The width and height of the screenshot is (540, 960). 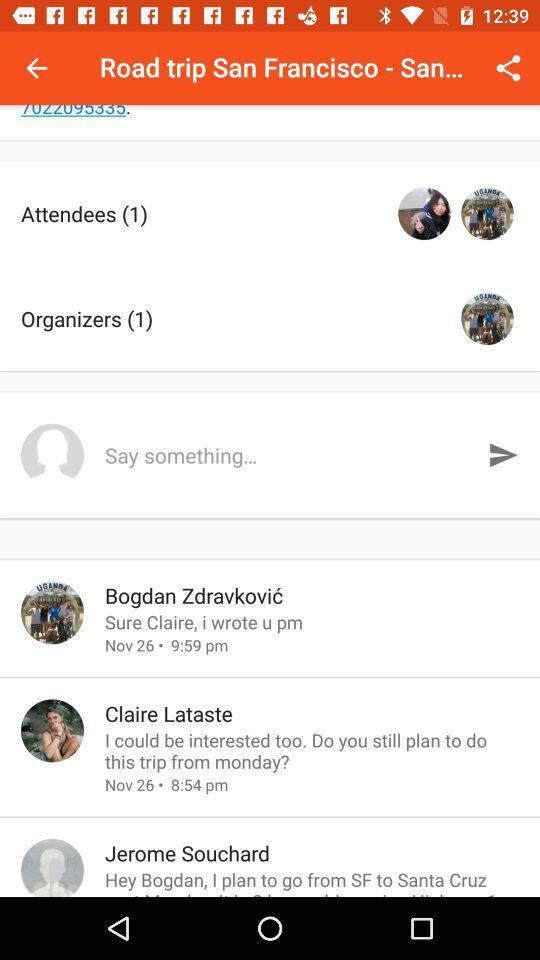 I want to click on the icon above the i am planning item, so click(x=36, y=68).